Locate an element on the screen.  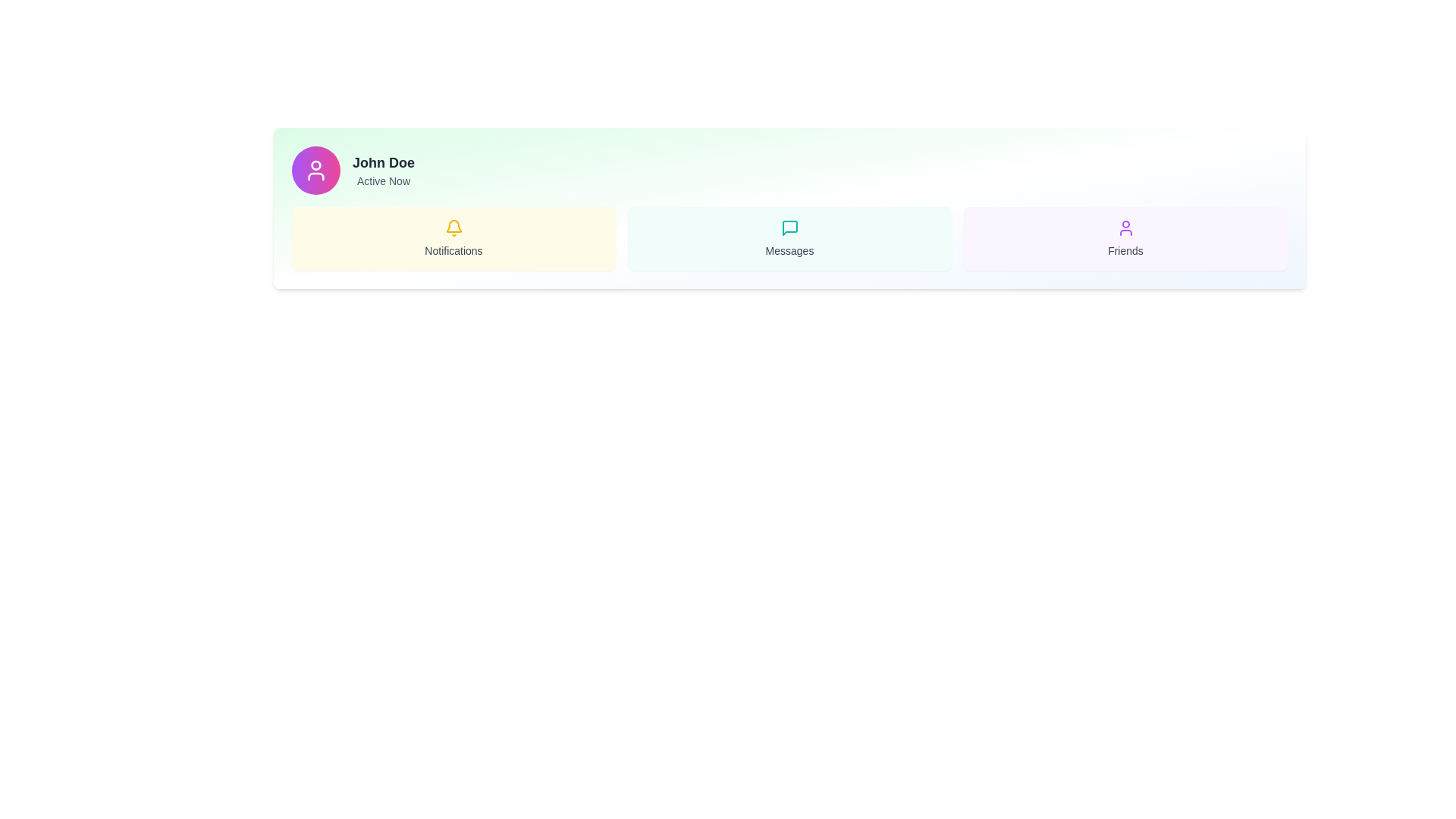
the yellow bell icon located in the center of the 'Notifications' card to interact with notifications is located at coordinates (453, 227).